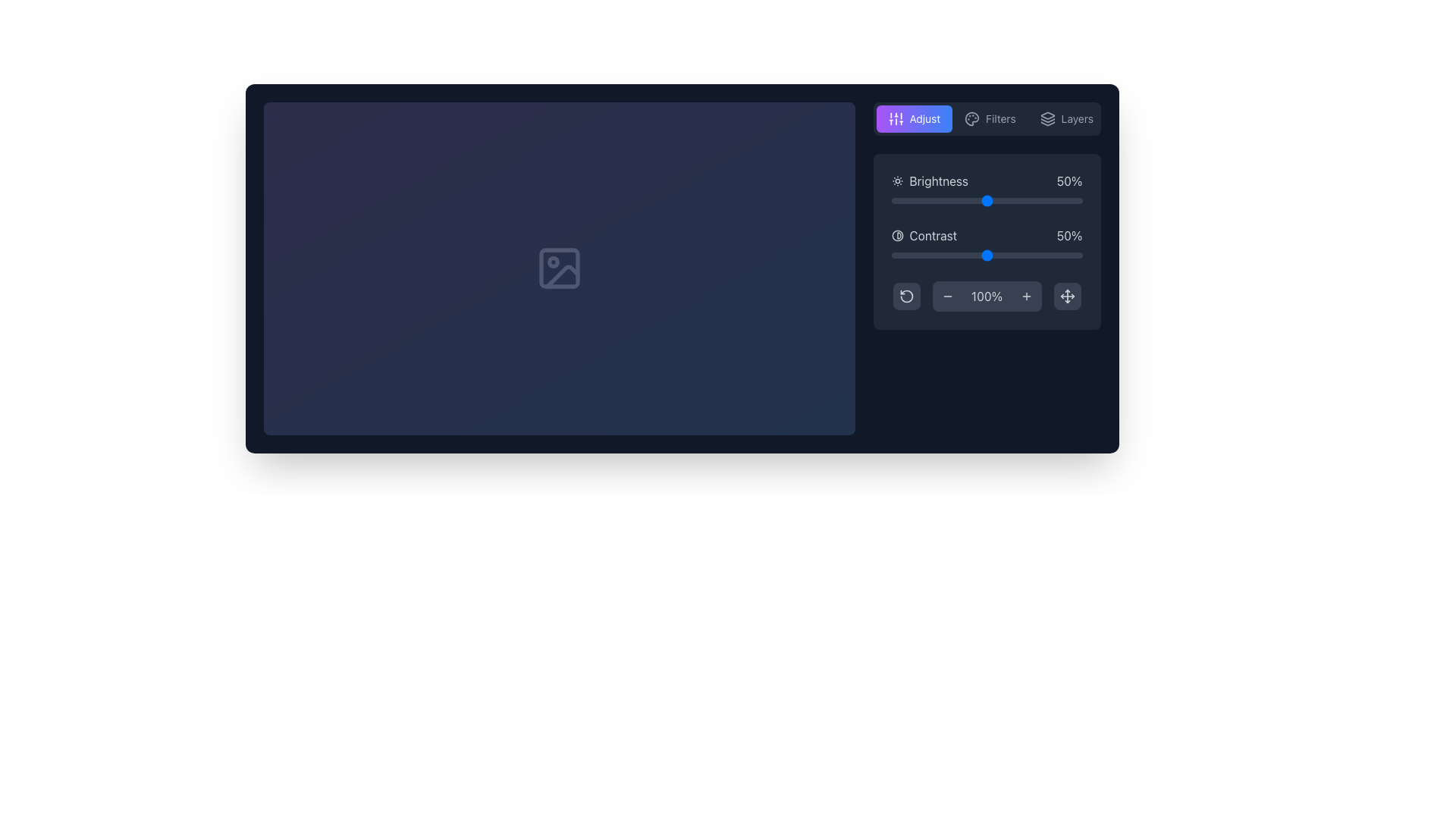  Describe the element at coordinates (972, 118) in the screenshot. I see `the palette icon located near the top-right corner of the interface, which is used` at that location.